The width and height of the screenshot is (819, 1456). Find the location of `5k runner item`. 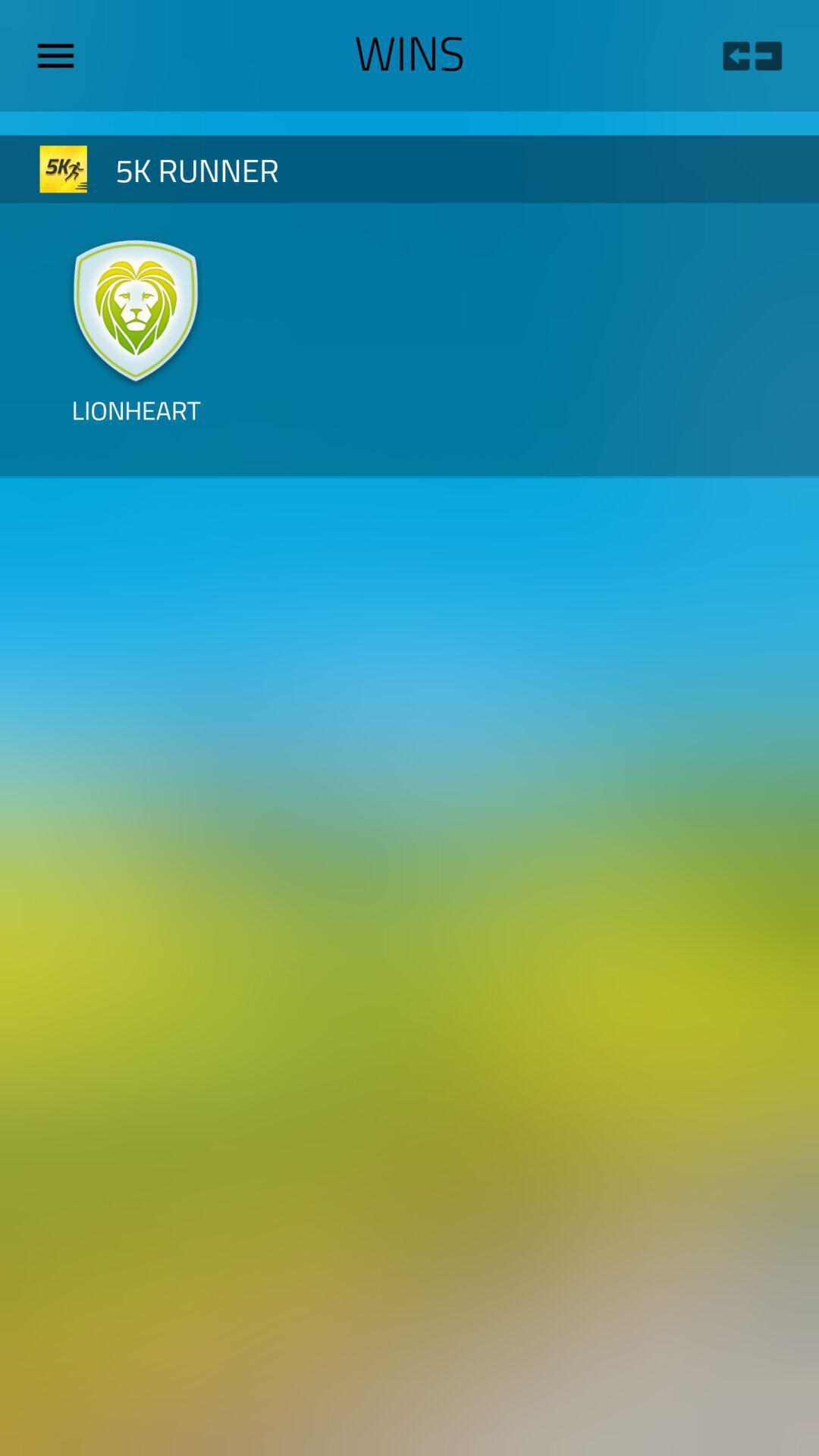

5k runner item is located at coordinates (334, 169).